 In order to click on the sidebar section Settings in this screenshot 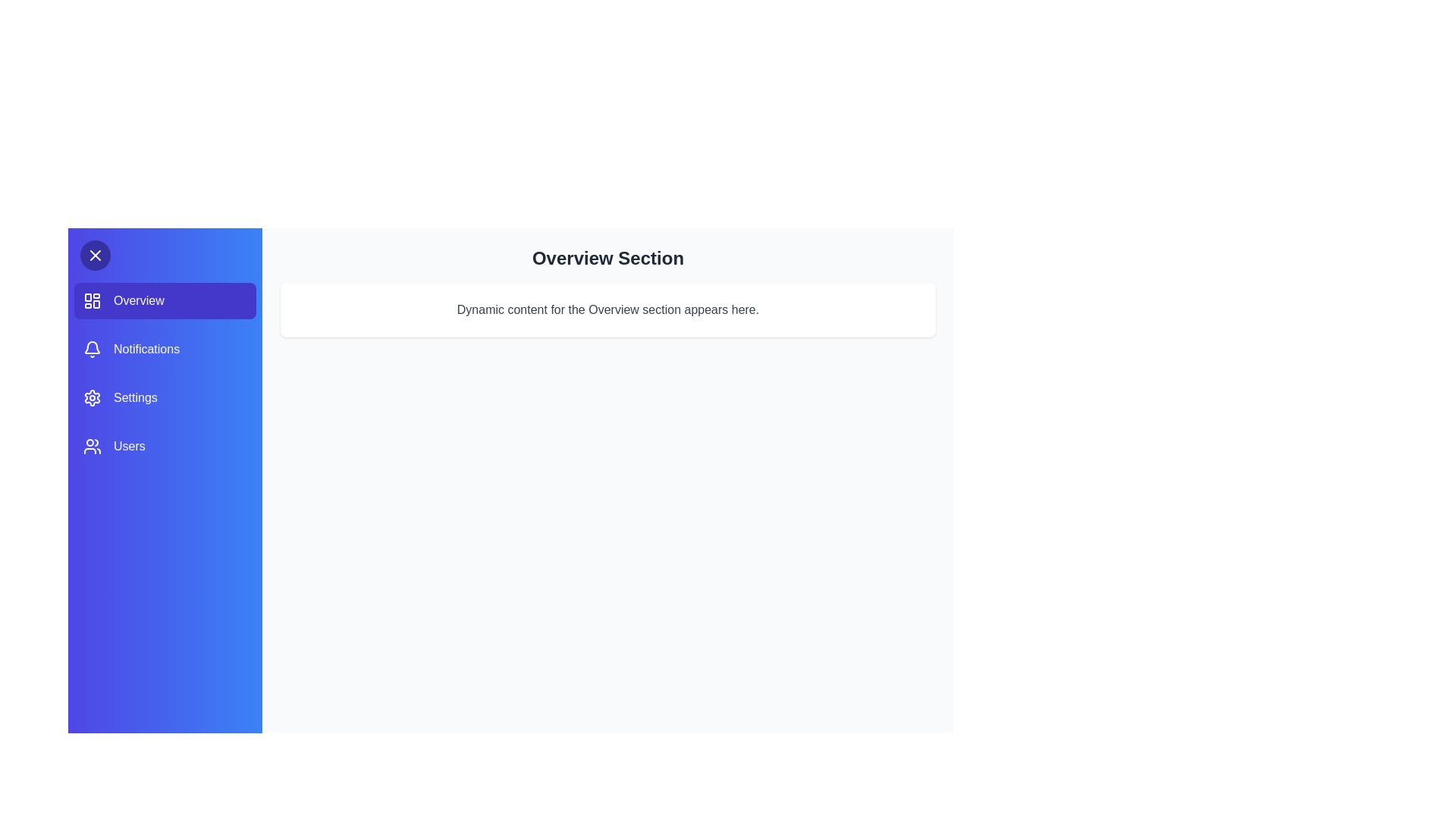, I will do `click(165, 397)`.